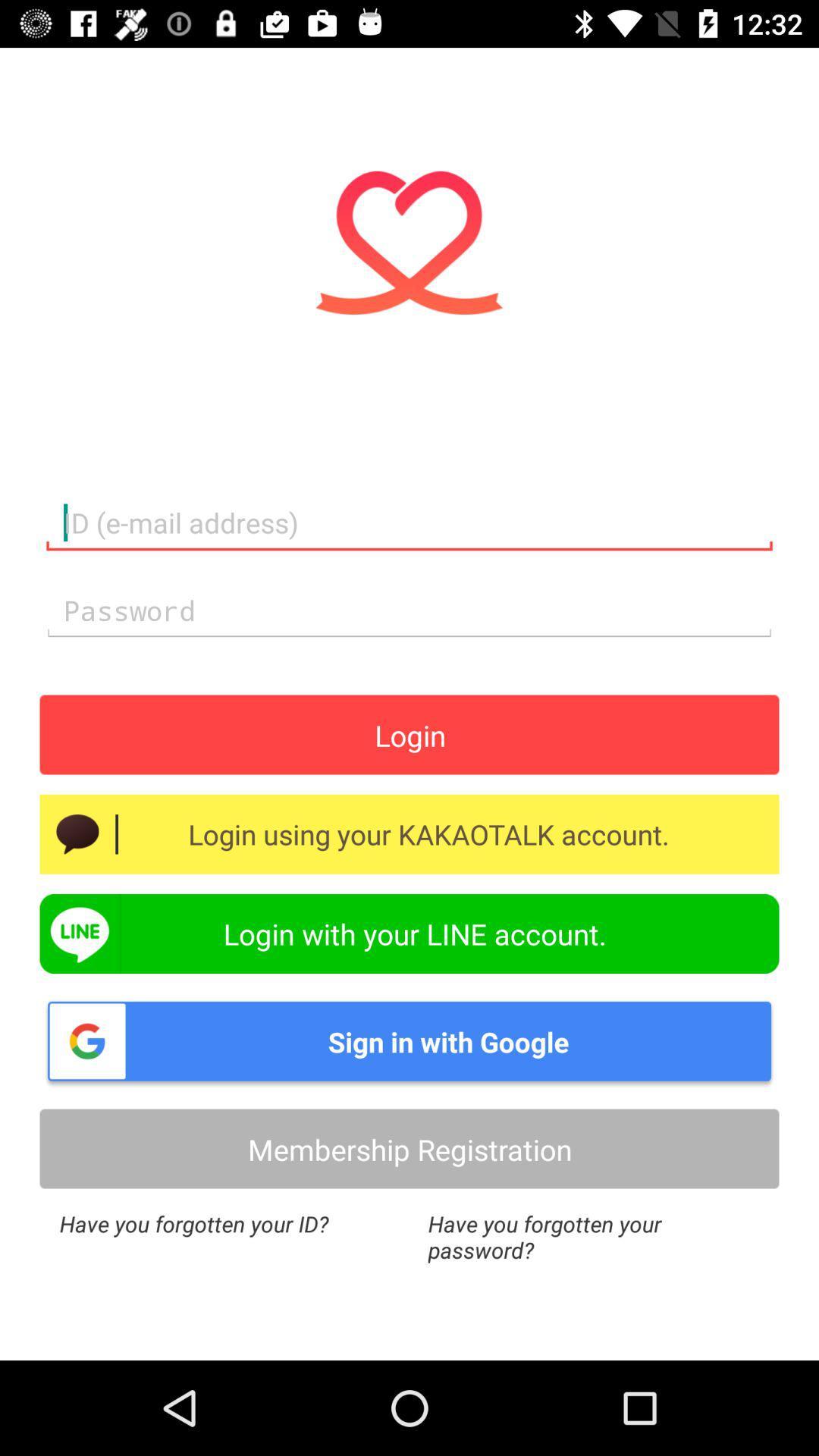 This screenshot has width=819, height=1456. I want to click on the 1st text field, so click(409, 523).